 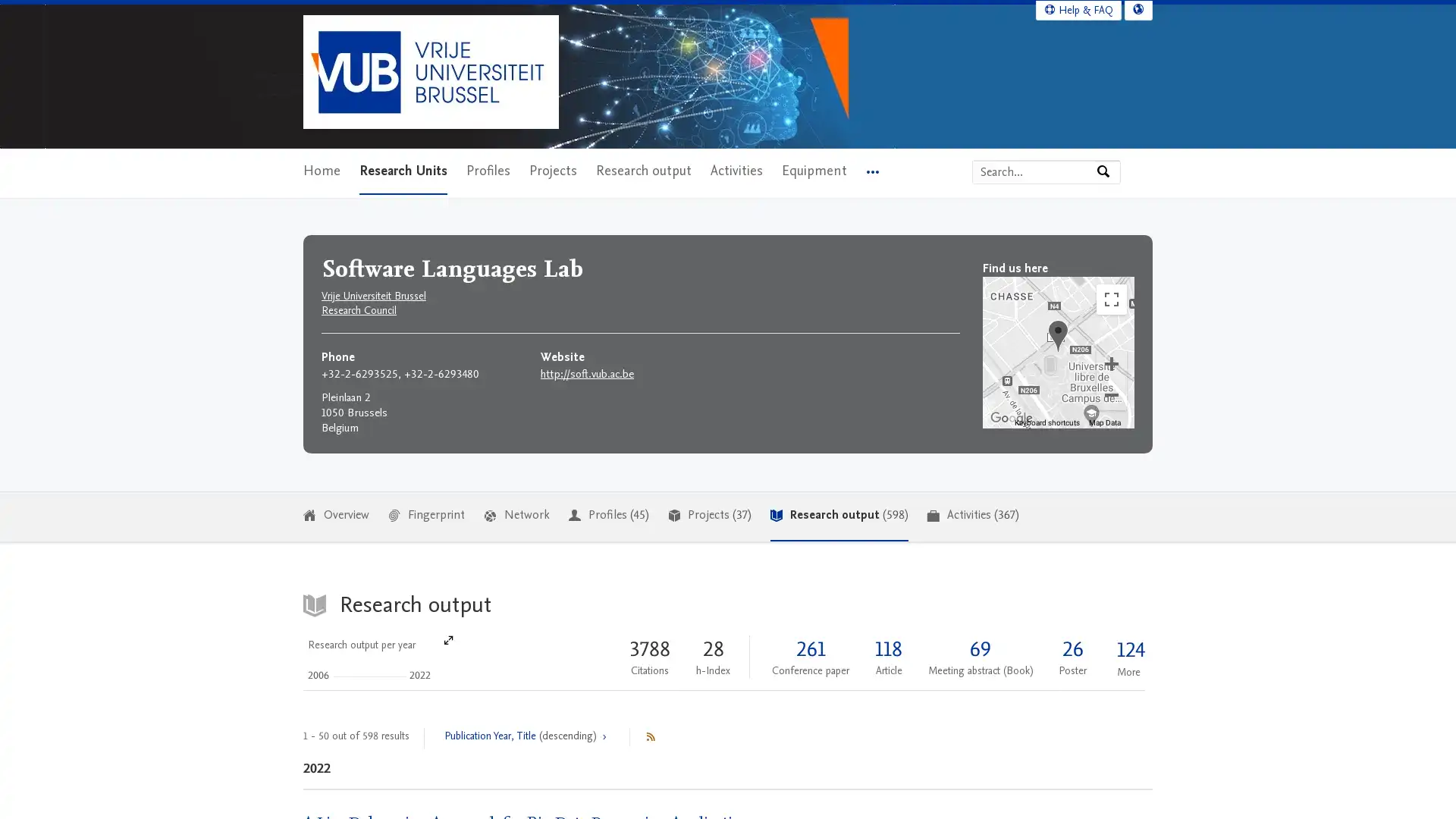 What do you see at coordinates (1057, 334) in the screenshot?
I see `Software Languages Lab` at bounding box center [1057, 334].